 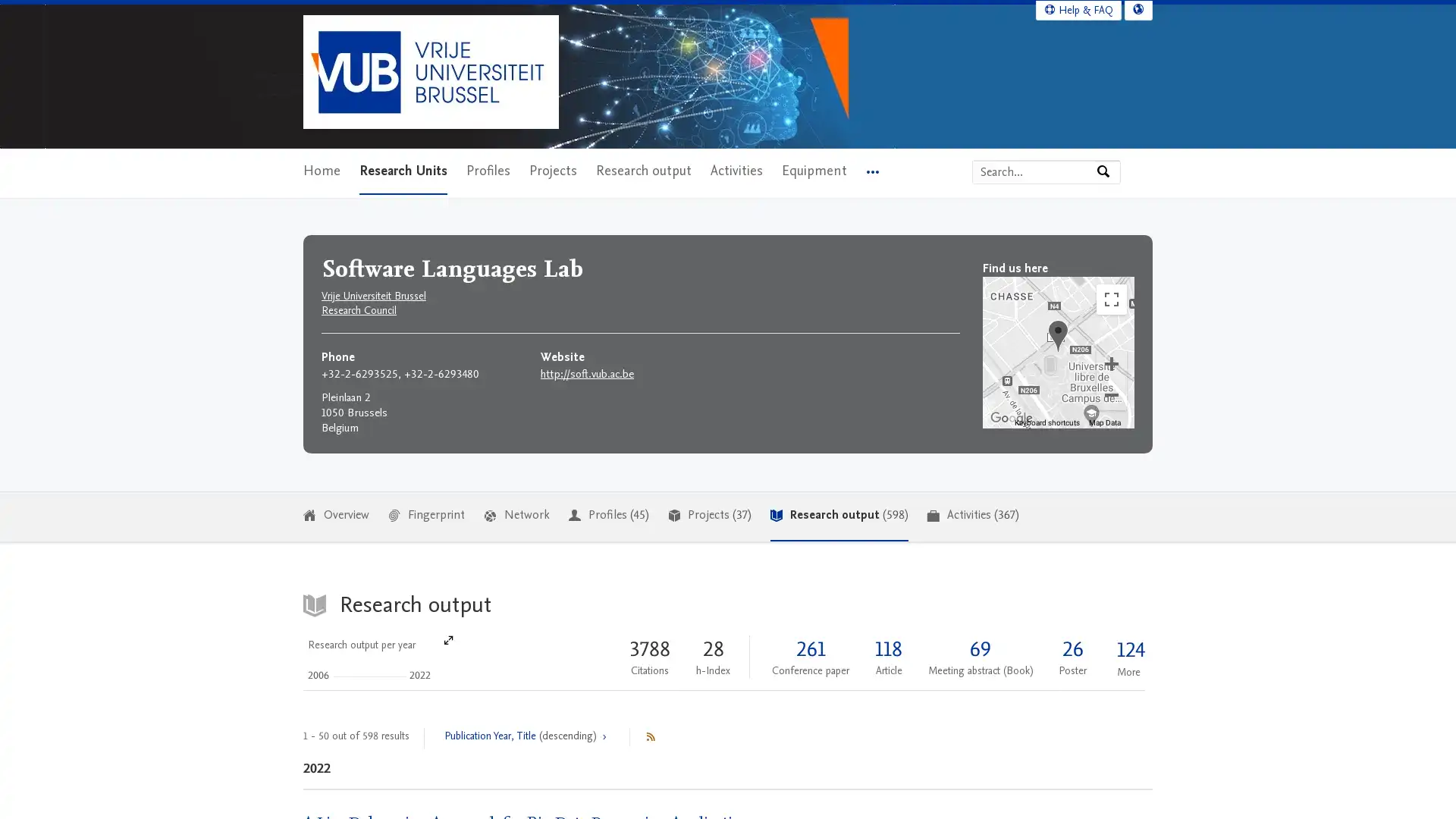 What do you see at coordinates (1057, 334) in the screenshot?
I see `Software Languages Lab` at bounding box center [1057, 334].